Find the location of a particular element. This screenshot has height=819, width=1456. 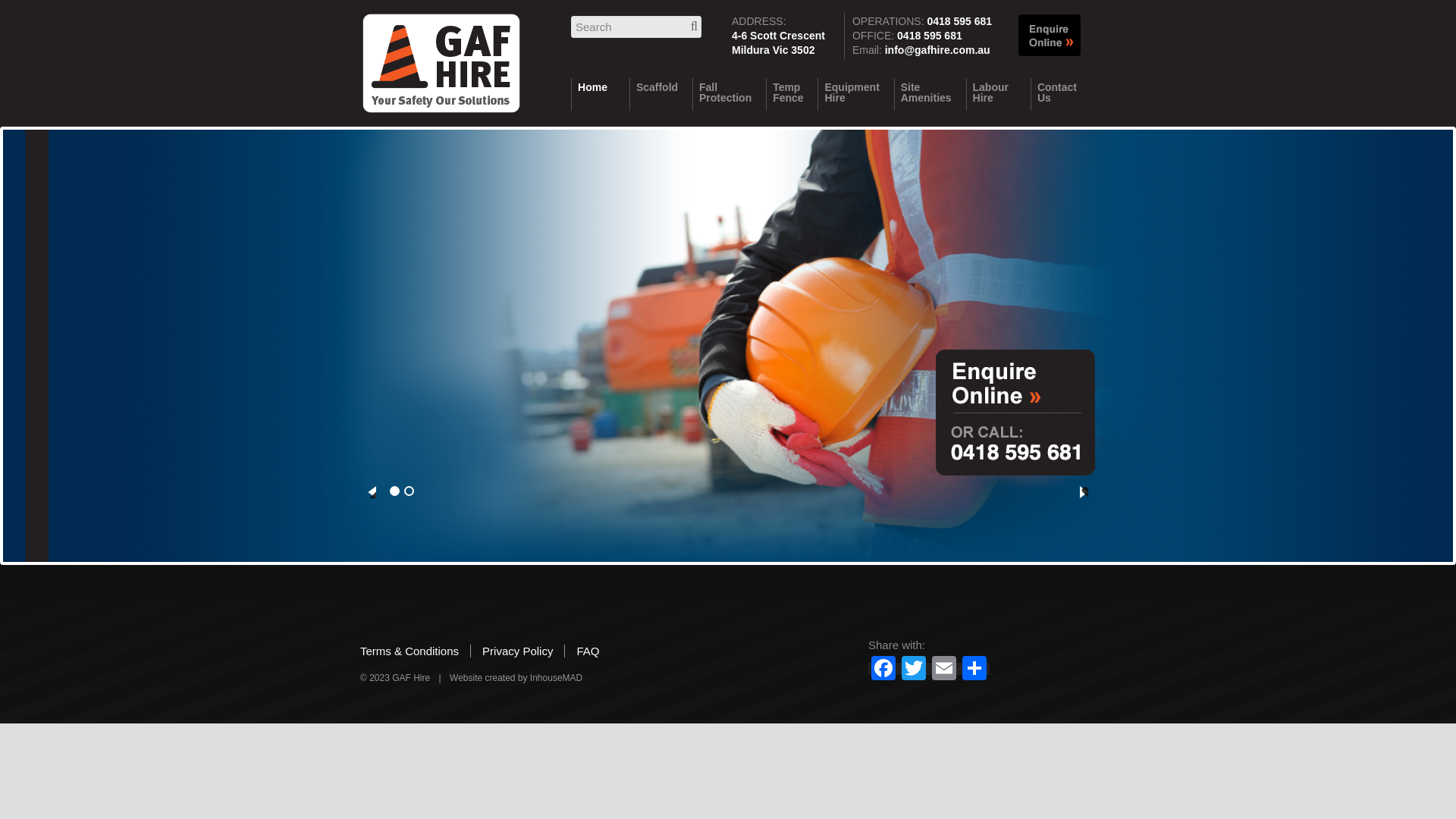

'FAQ' is located at coordinates (581, 650).